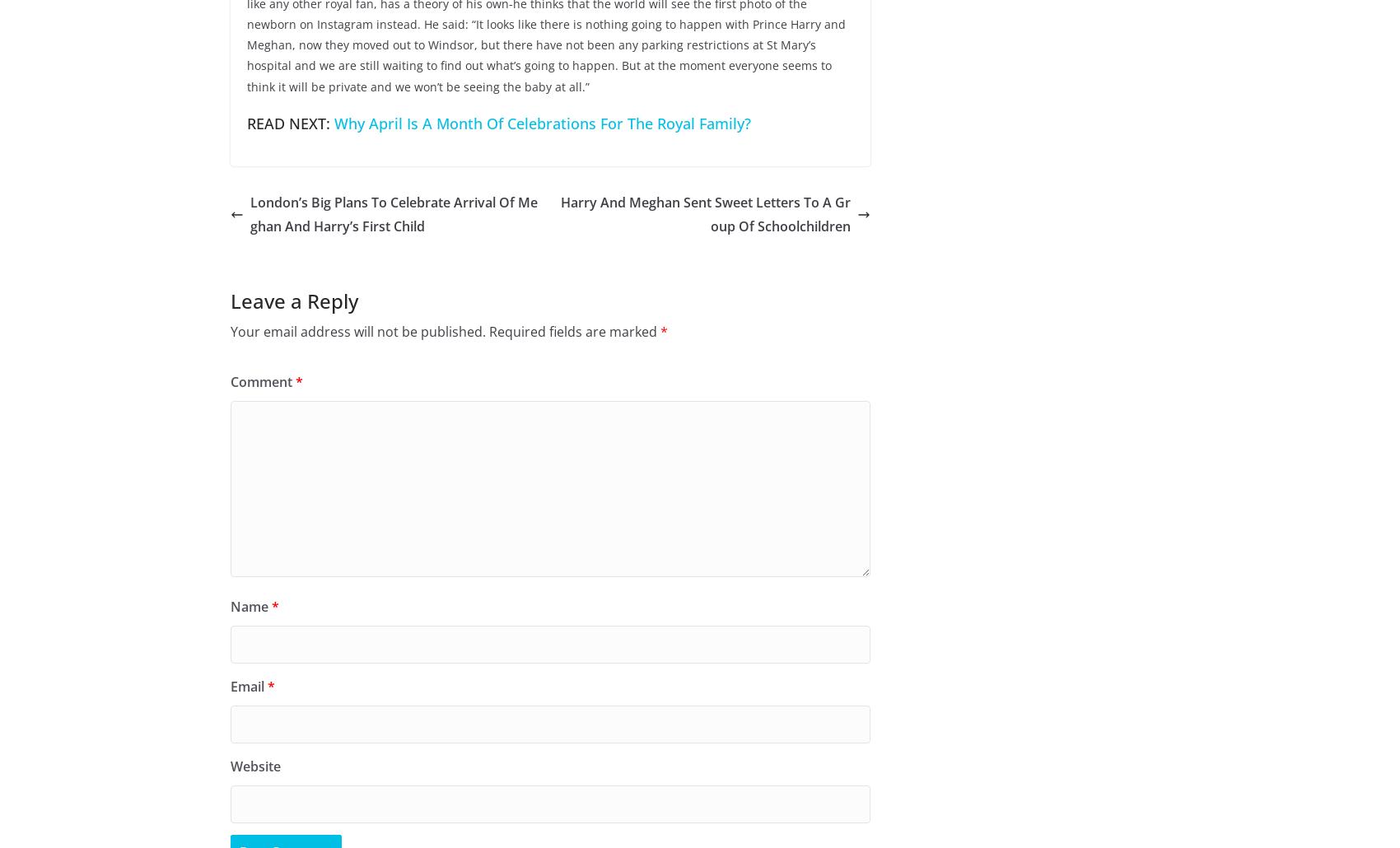 This screenshot has height=848, width=1400. What do you see at coordinates (705, 213) in the screenshot?
I see `'Harry And Meghan Sent Sweet Letters To A Group Of Schoolchildren'` at bounding box center [705, 213].